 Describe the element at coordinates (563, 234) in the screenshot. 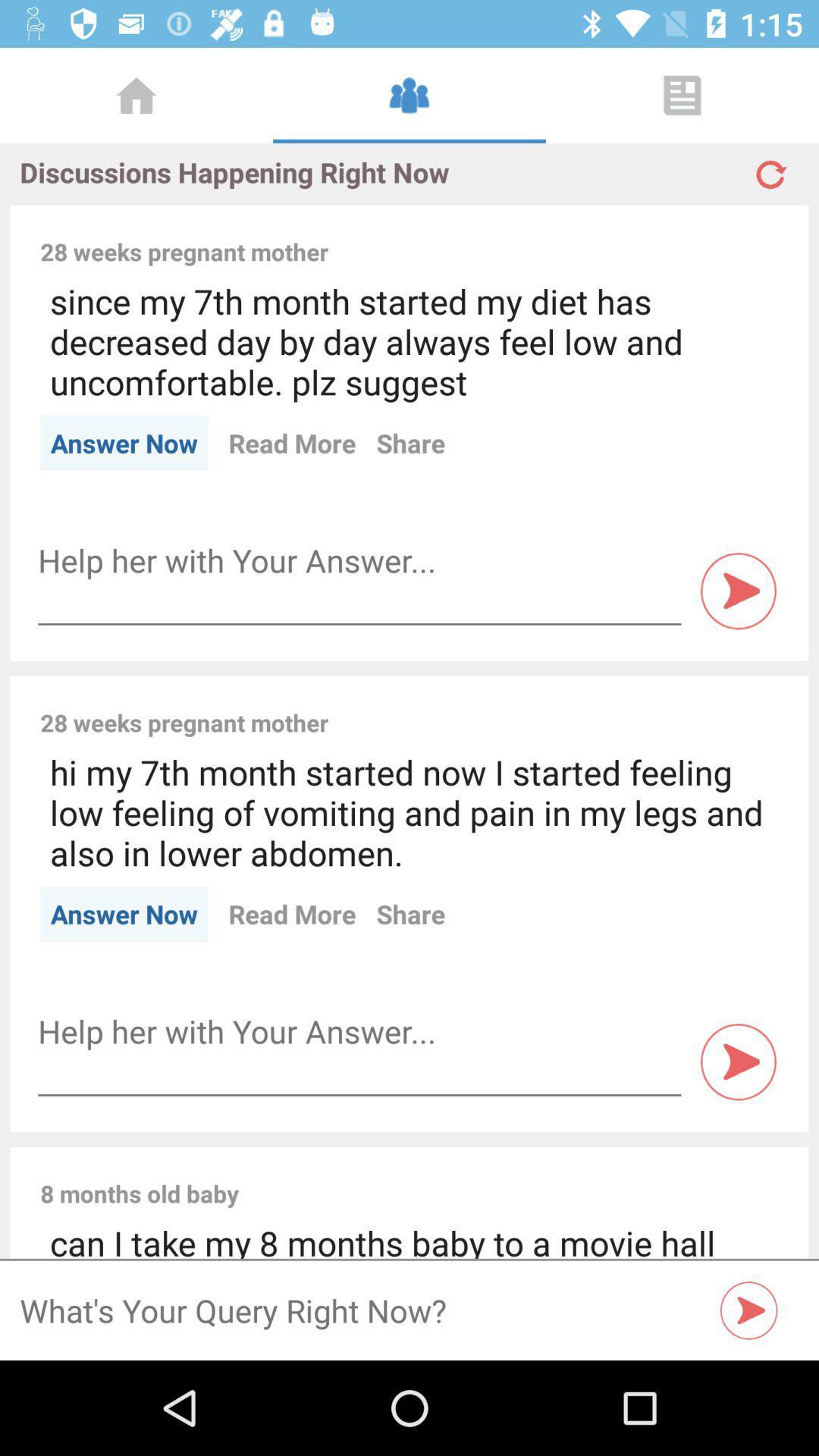

I see `the item above since my 7th` at that location.